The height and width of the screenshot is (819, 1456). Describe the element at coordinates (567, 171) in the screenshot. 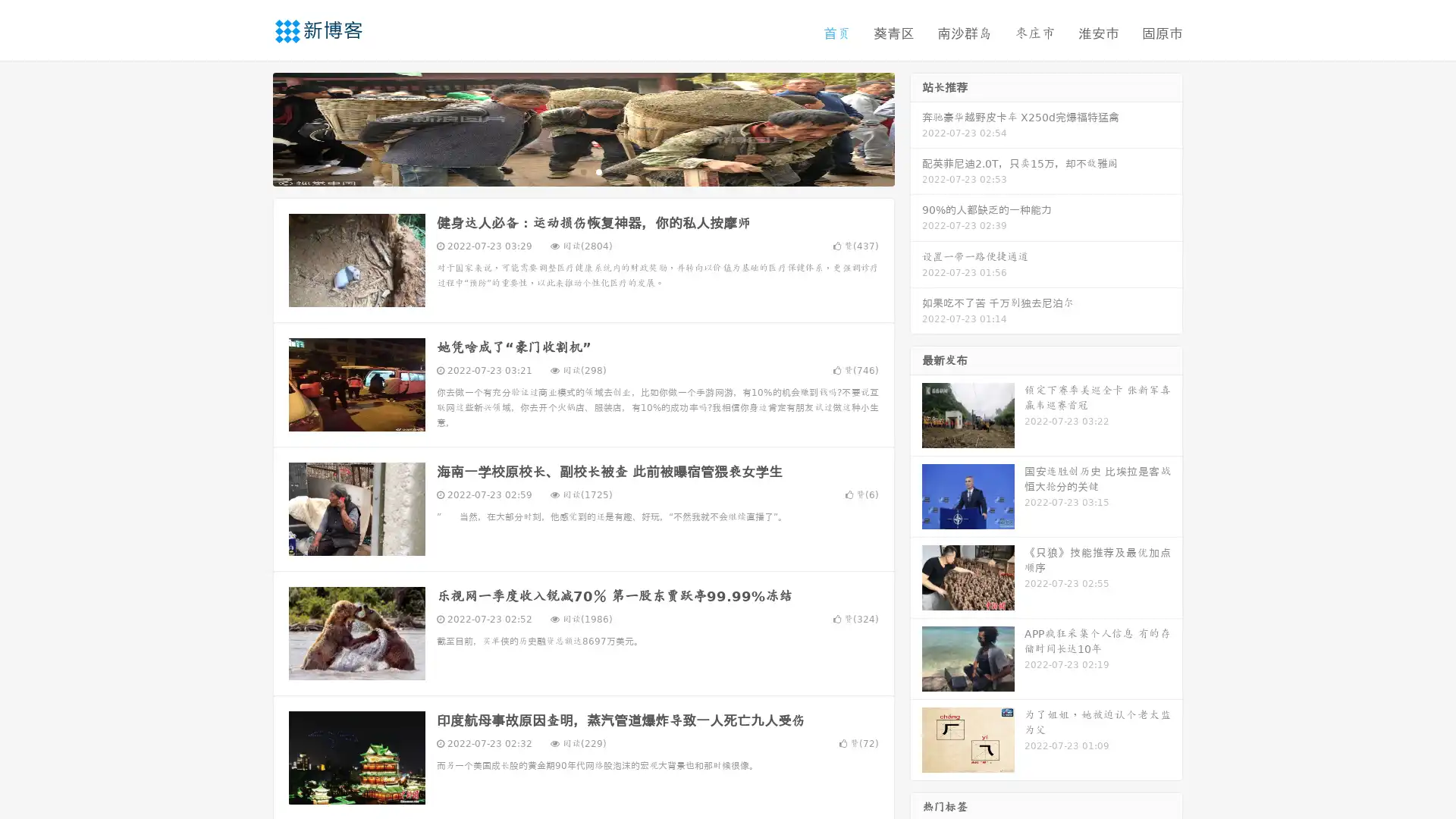

I see `Go to slide 1` at that location.